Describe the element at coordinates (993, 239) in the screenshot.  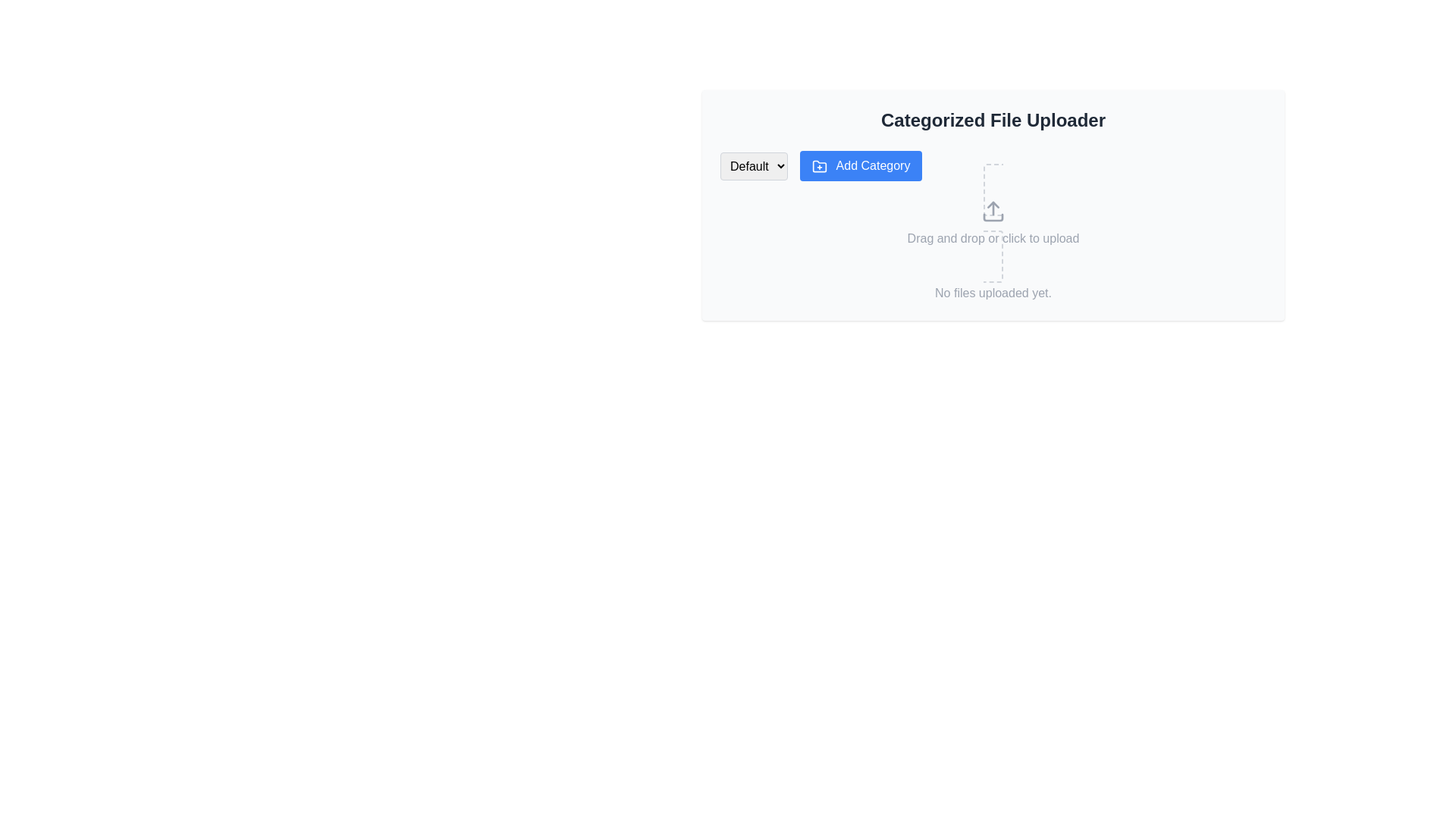
I see `the text block that provides instructions for uploading files, located within the dashed bordered rectangle at the bottom of the upload box` at that location.